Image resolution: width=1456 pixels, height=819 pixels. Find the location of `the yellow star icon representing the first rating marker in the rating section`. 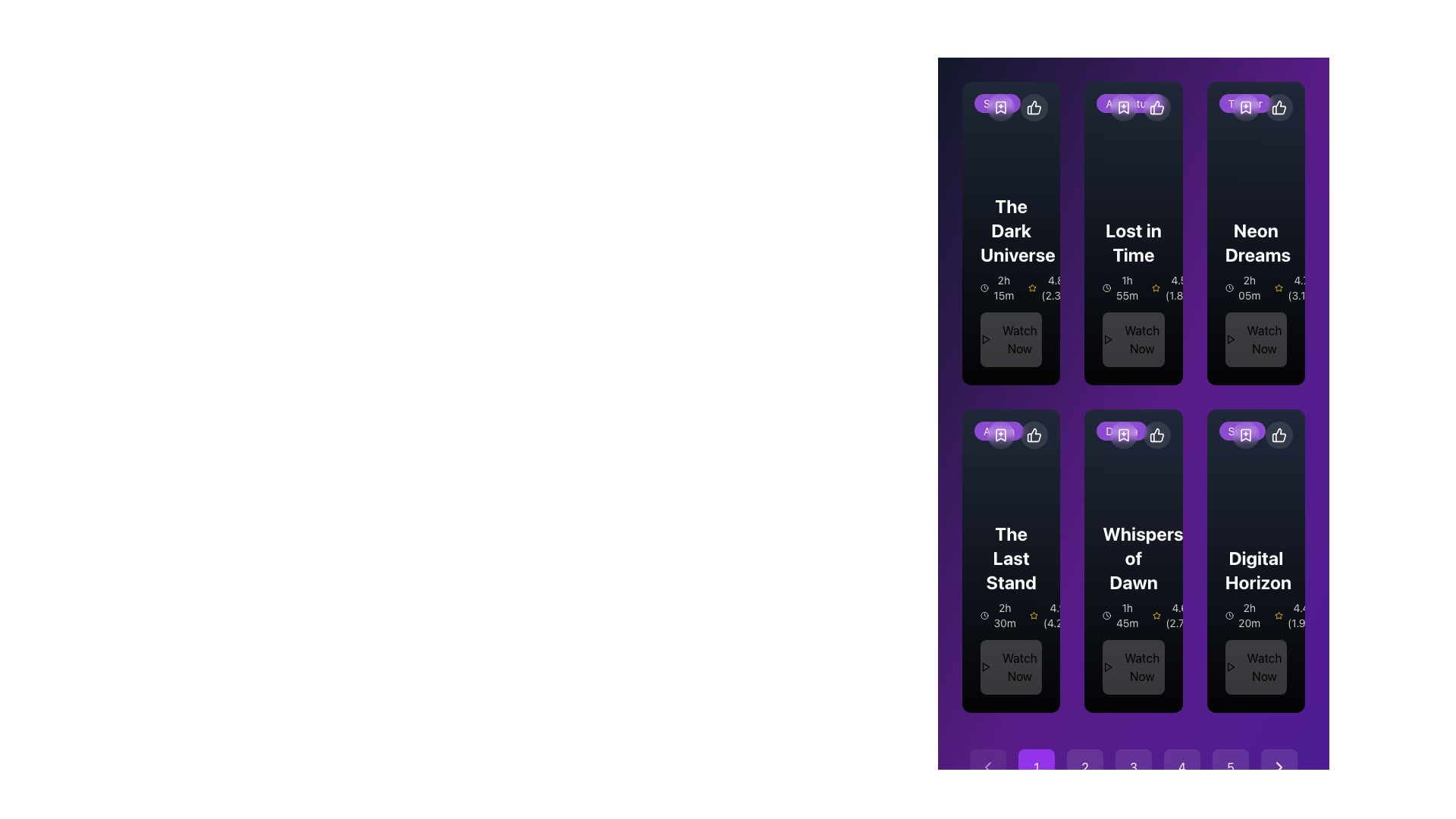

the yellow star icon representing the first rating marker in the rating section is located at coordinates (1033, 616).